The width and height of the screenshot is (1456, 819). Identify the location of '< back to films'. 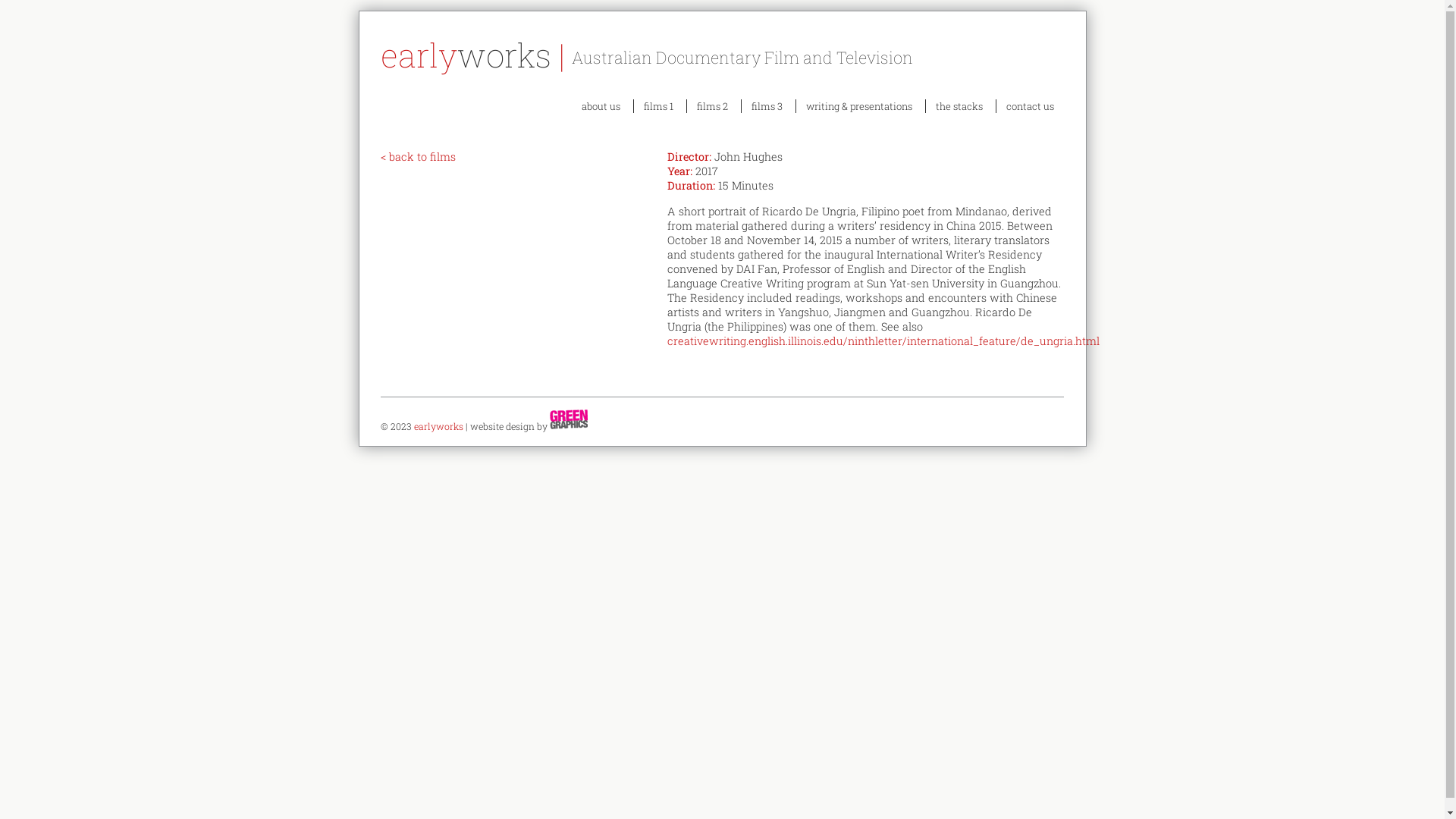
(418, 156).